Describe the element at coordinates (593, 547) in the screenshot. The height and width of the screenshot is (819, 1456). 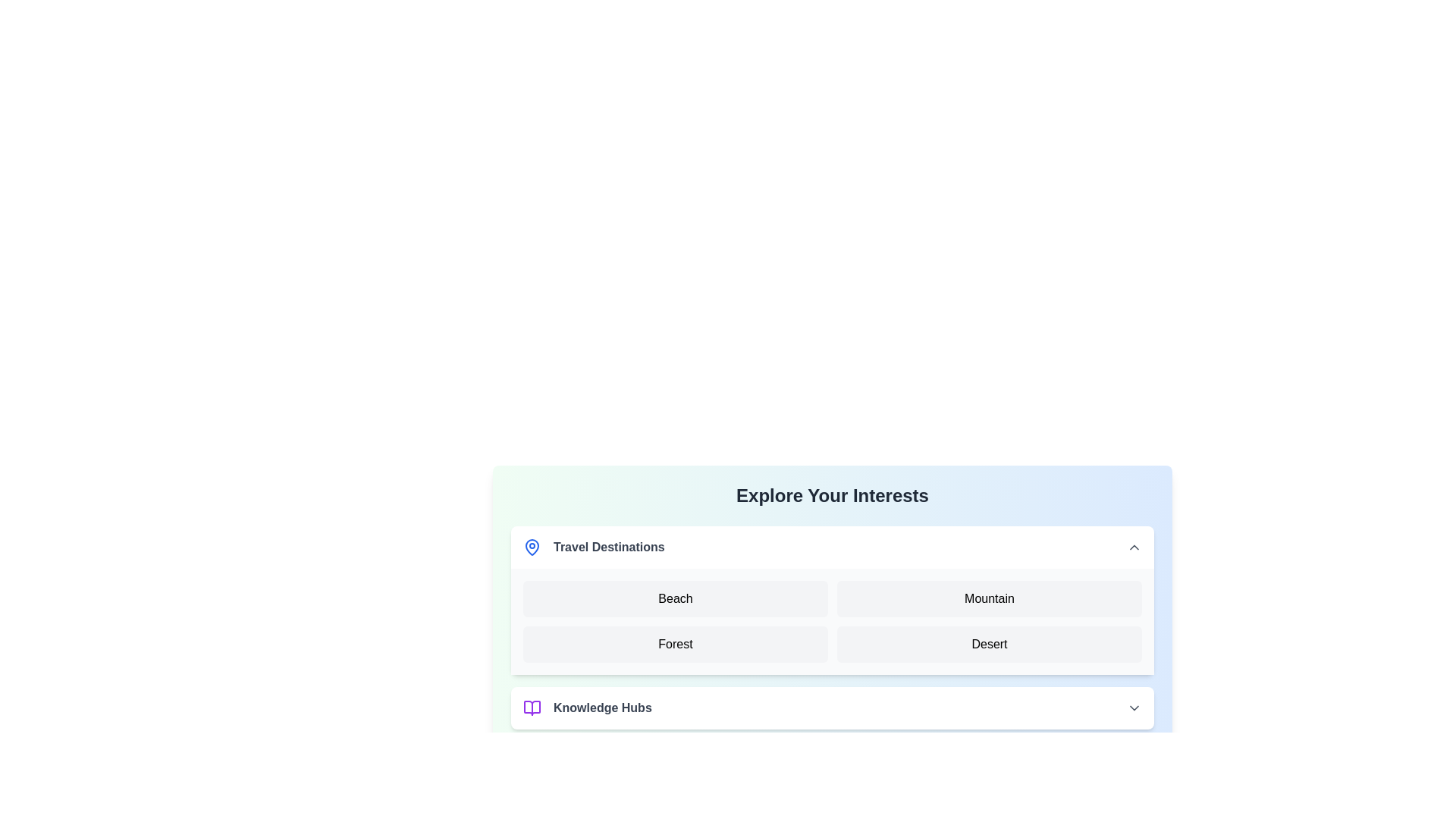
I see `the 'Travel Destinations' text label with a blue map pin icon` at that location.